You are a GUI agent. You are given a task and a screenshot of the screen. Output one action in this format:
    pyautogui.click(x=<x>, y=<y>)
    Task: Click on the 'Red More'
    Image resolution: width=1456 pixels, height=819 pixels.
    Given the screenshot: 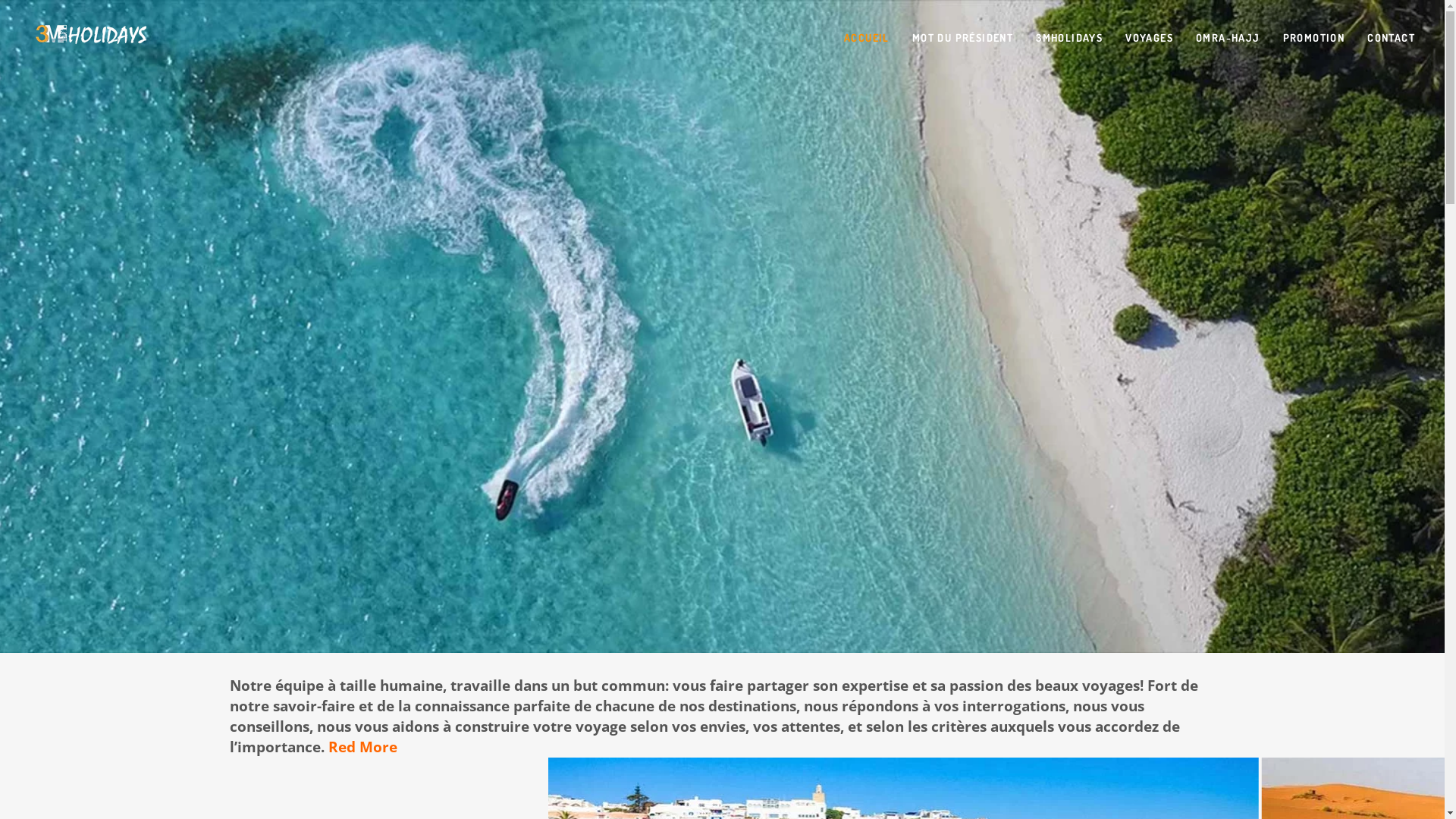 What is the action you would take?
    pyautogui.click(x=359, y=745)
    